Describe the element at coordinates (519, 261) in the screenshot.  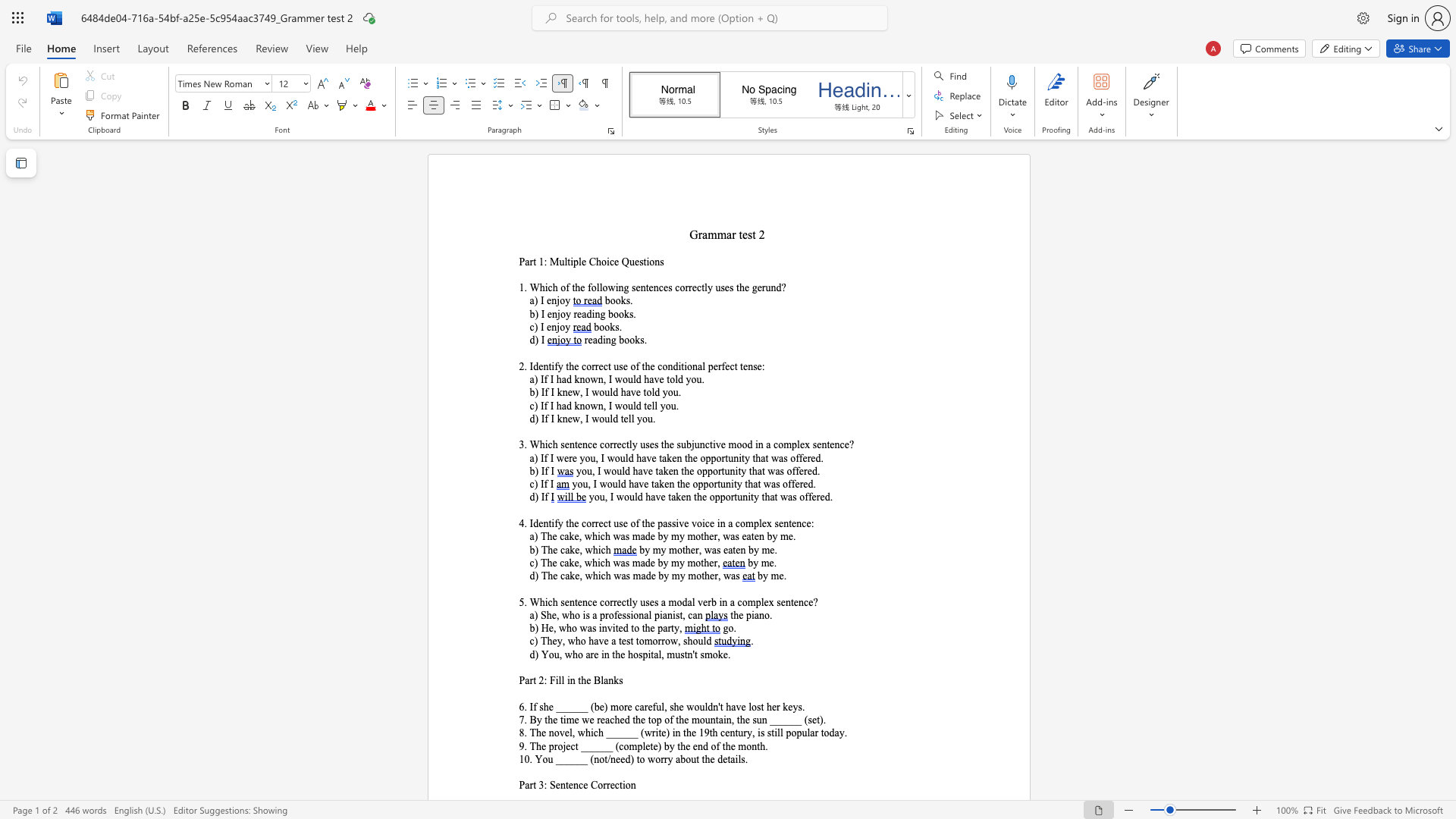
I see `the subset text "Part 1: Multiple Ch" within the text "Part 1: Multiple Choice Questions"` at that location.